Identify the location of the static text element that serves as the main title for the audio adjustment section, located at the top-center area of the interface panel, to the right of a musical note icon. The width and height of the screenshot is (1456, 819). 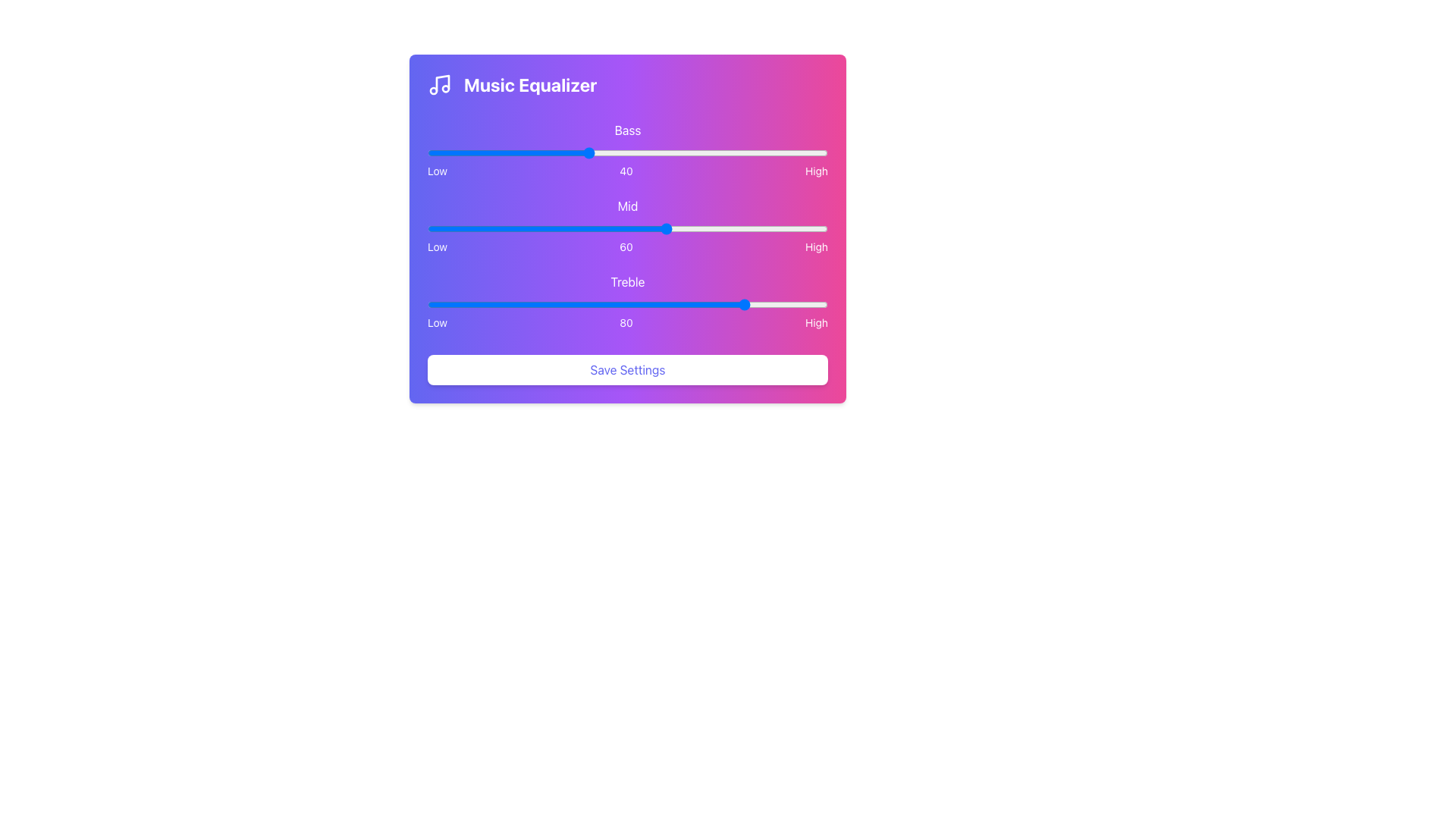
(530, 84).